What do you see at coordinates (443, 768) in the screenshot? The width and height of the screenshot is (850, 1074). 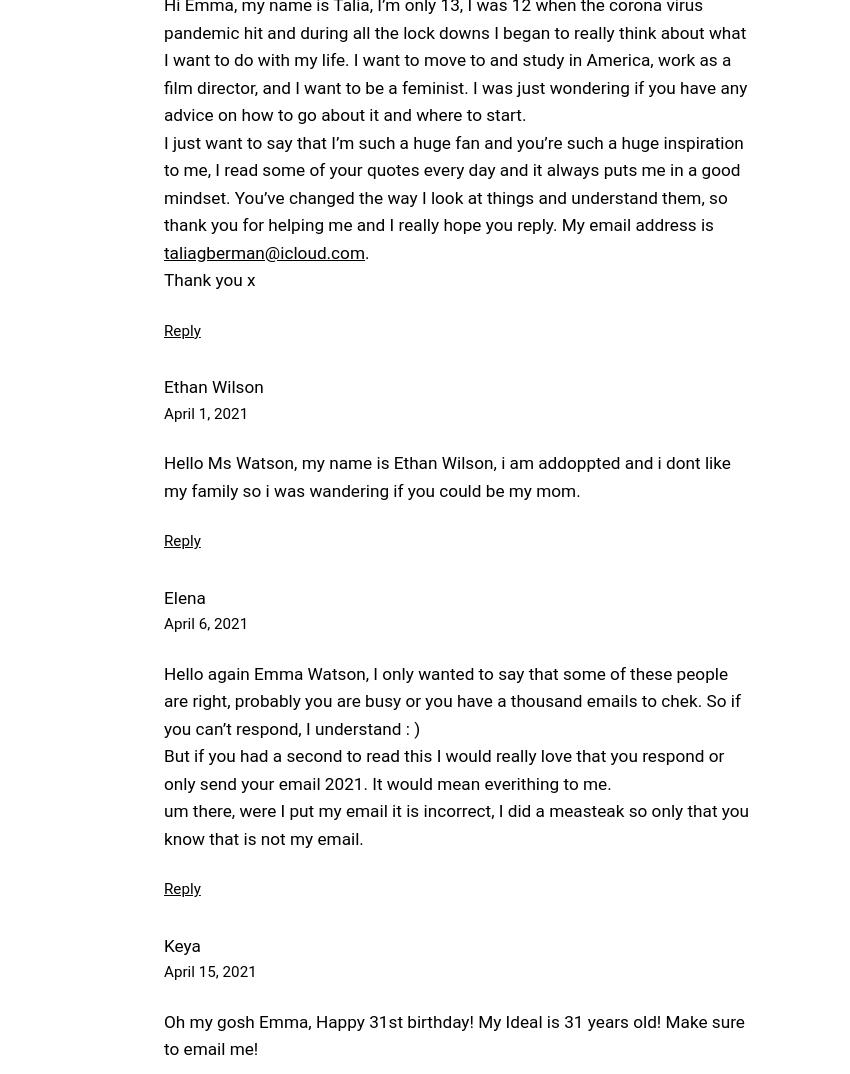 I see `'But if you had a second to read this I would really love that you respond or only send your email 2021. It would mean everithing to me.'` at bounding box center [443, 768].